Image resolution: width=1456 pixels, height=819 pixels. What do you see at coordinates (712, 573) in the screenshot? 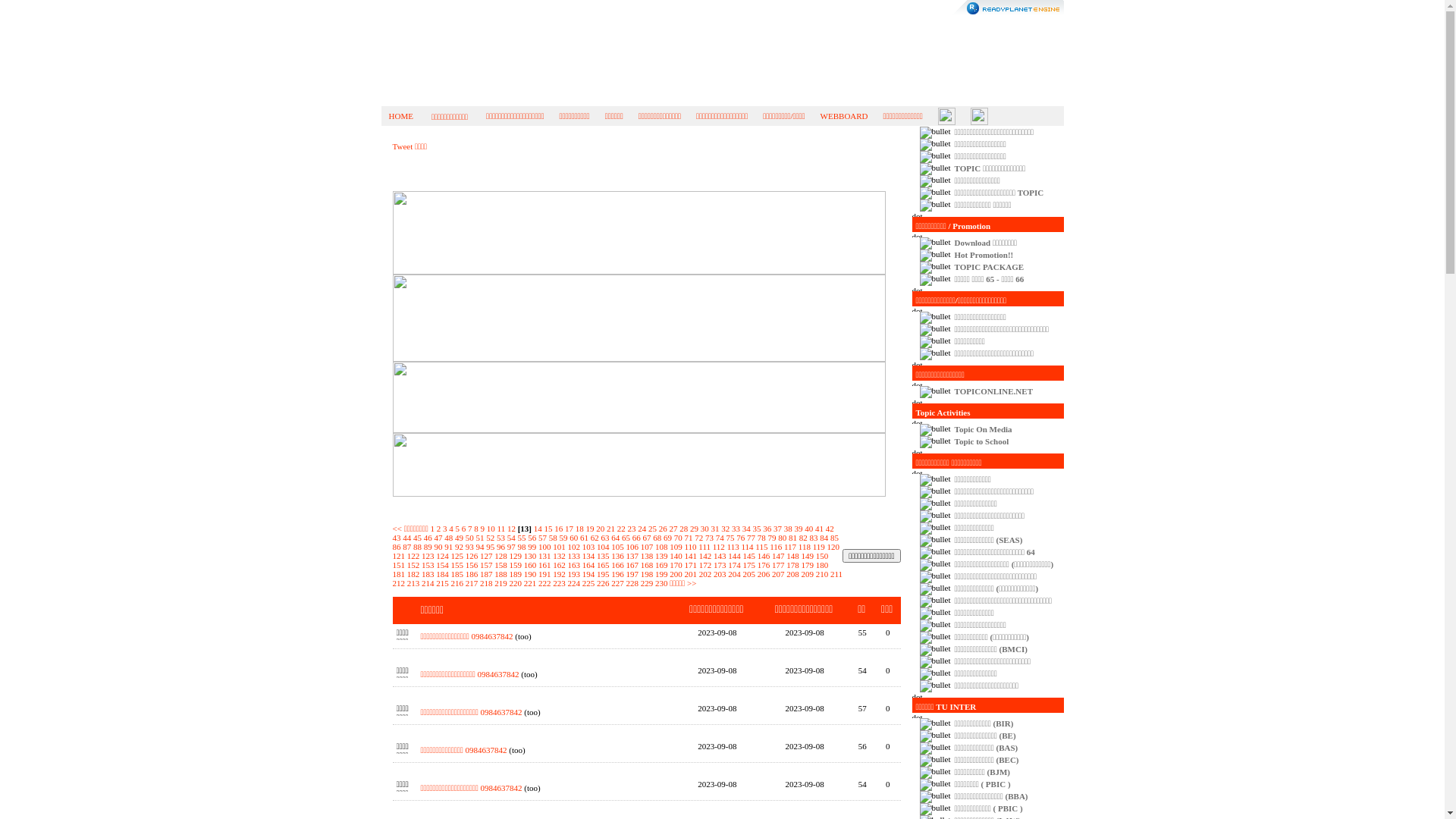
I see `'203'` at bounding box center [712, 573].